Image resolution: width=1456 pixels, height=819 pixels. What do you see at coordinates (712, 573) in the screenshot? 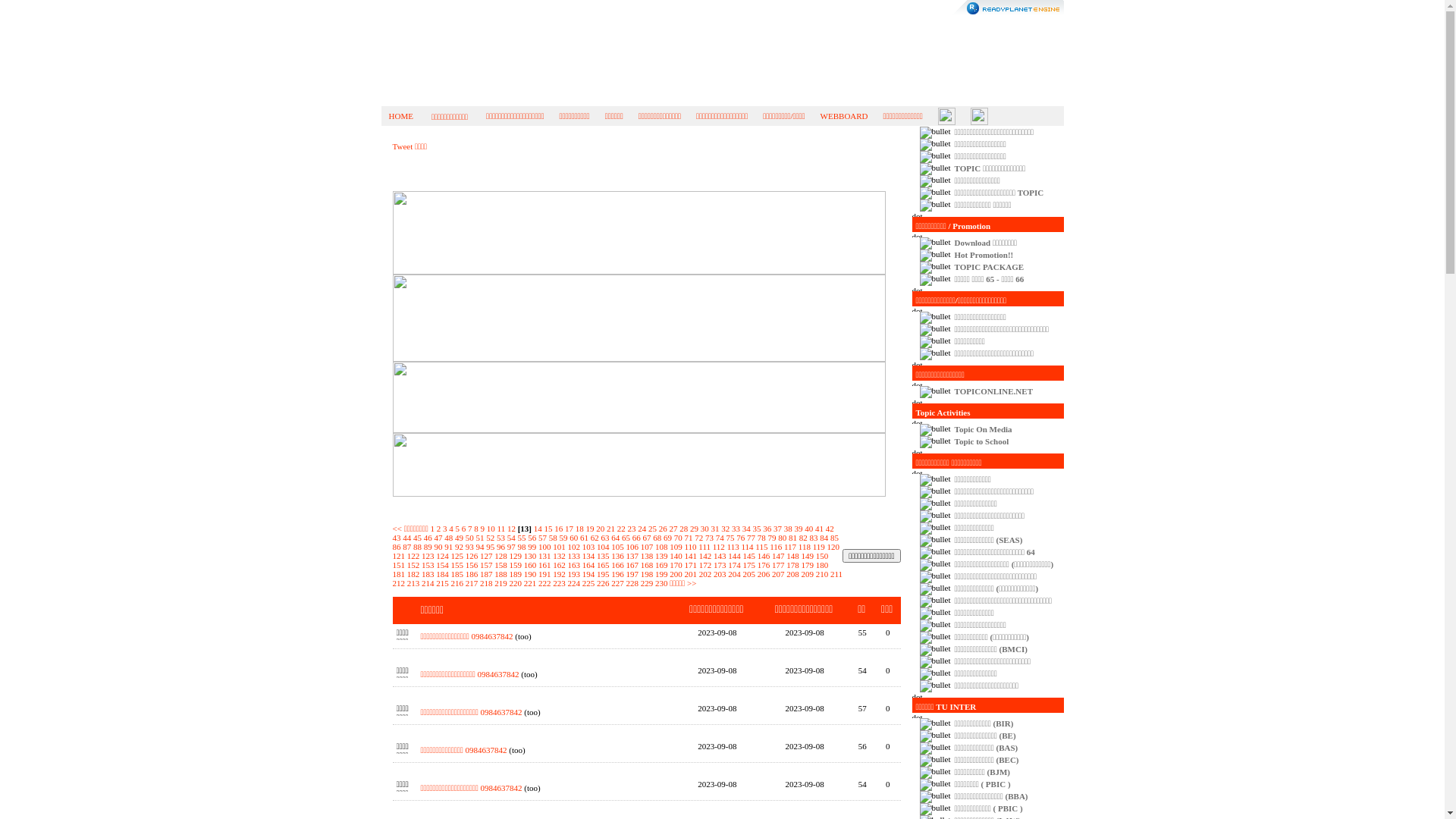
I see `'203'` at bounding box center [712, 573].